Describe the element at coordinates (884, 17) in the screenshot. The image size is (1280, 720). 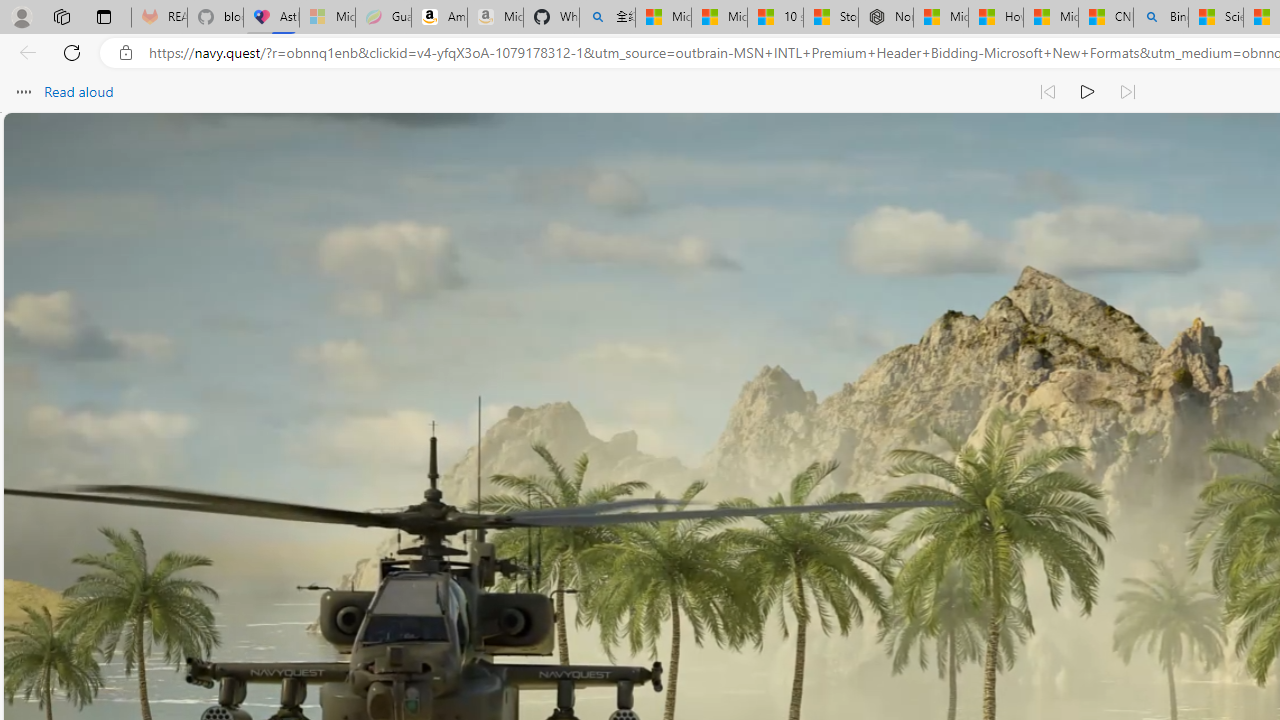
I see `'Nordace - Nordace Siena Is Not An Ordinary Backpack'` at that location.